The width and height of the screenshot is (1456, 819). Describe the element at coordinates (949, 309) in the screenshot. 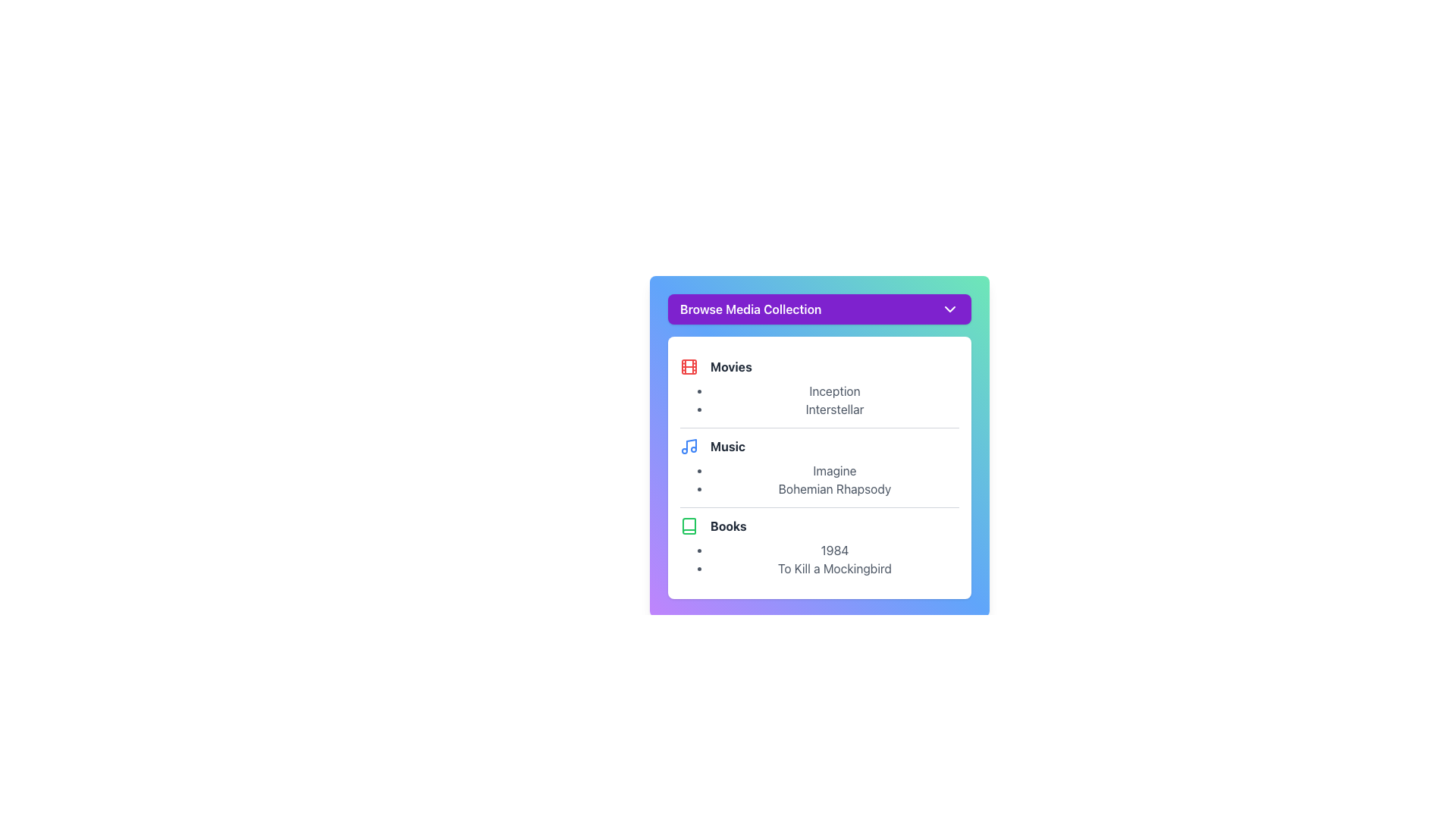

I see `the Icon Button displaying a downward-pointing chevron symbol` at that location.